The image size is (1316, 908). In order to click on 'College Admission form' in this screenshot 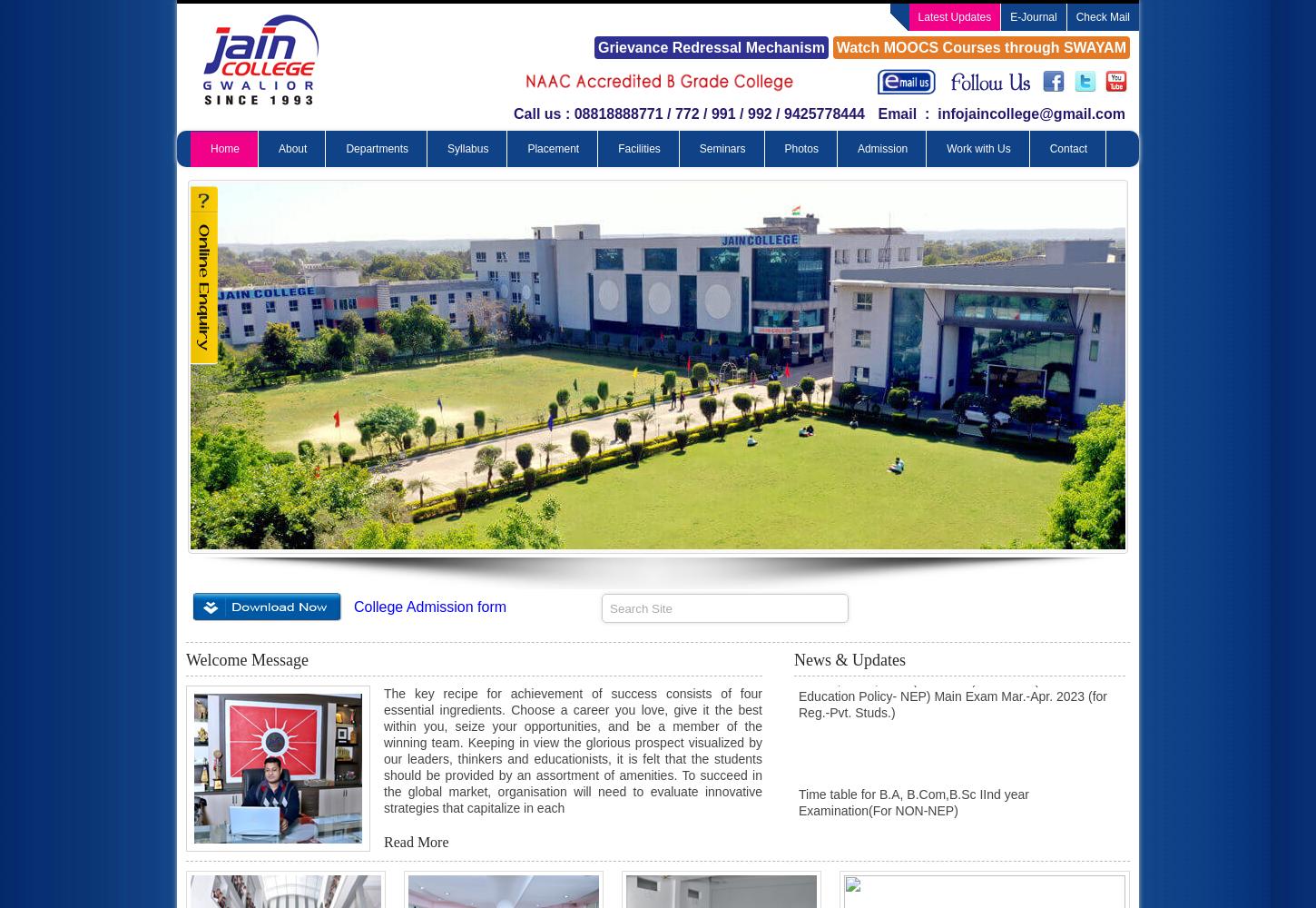, I will do `click(429, 607)`.